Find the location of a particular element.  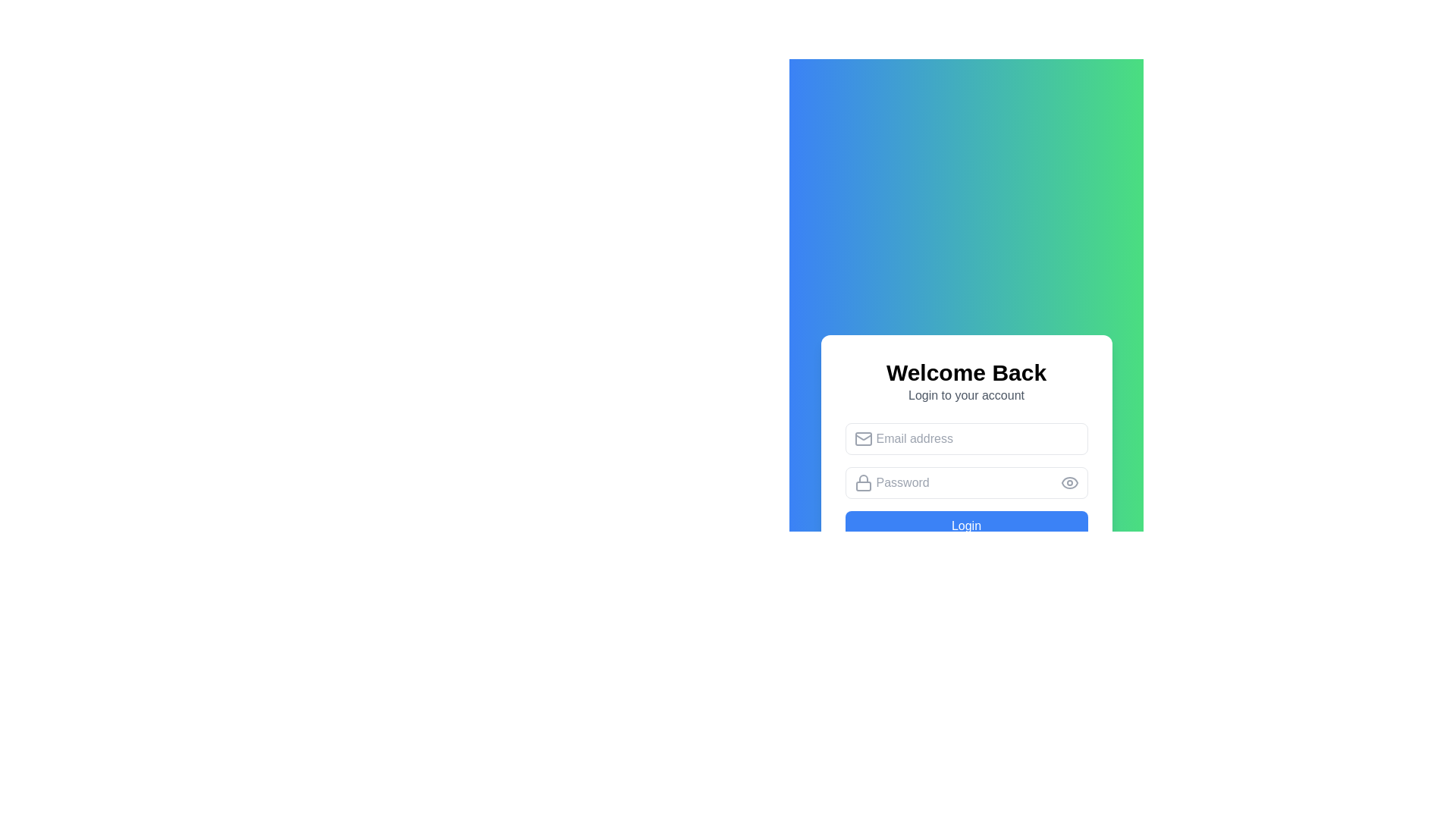

the upper shackle portion of the lock icon indicating that the associated 'Password' input field expects confidential information is located at coordinates (863, 479).